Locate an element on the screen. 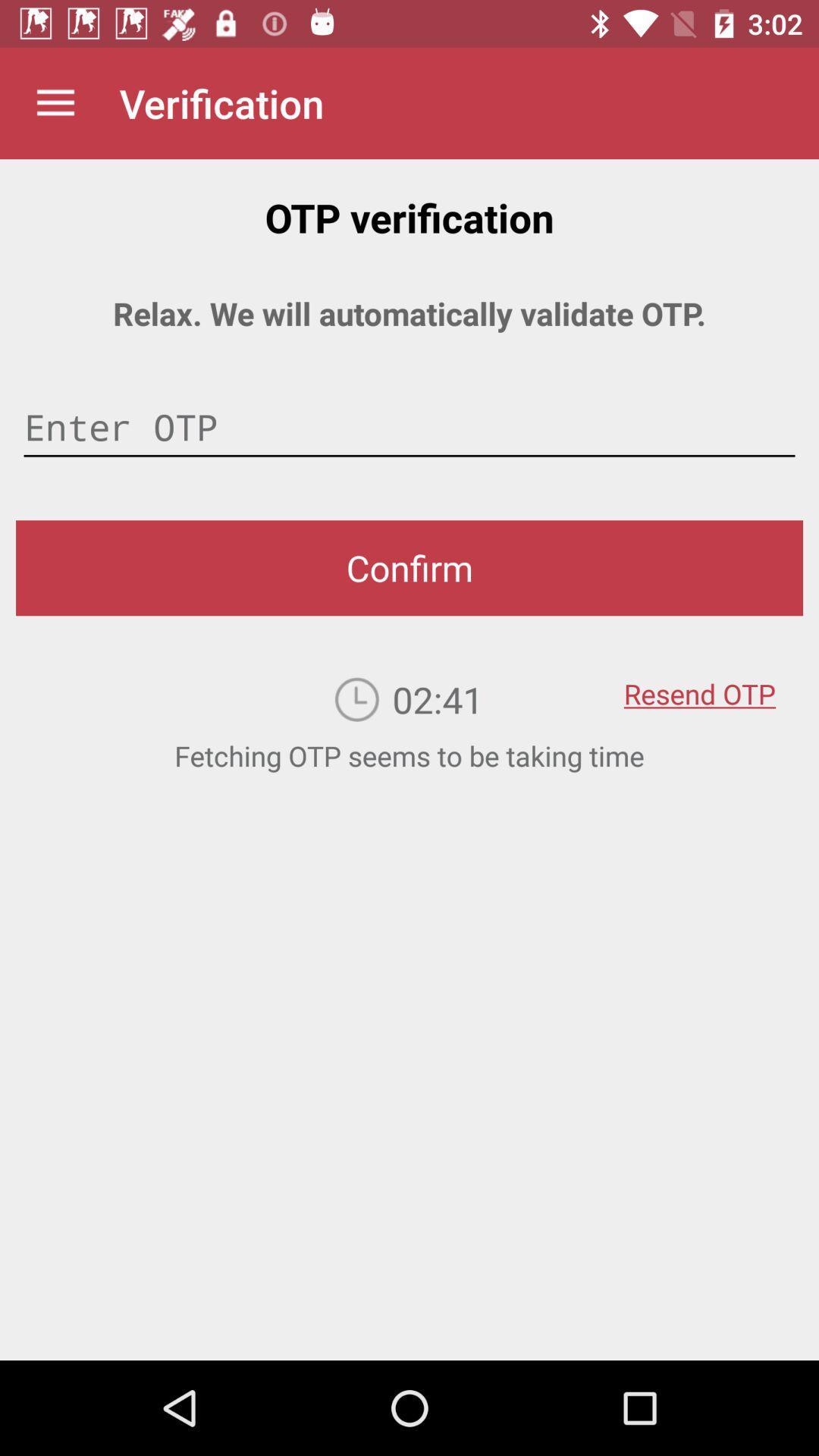 Image resolution: width=819 pixels, height=1456 pixels. the  resend otp is located at coordinates (699, 682).